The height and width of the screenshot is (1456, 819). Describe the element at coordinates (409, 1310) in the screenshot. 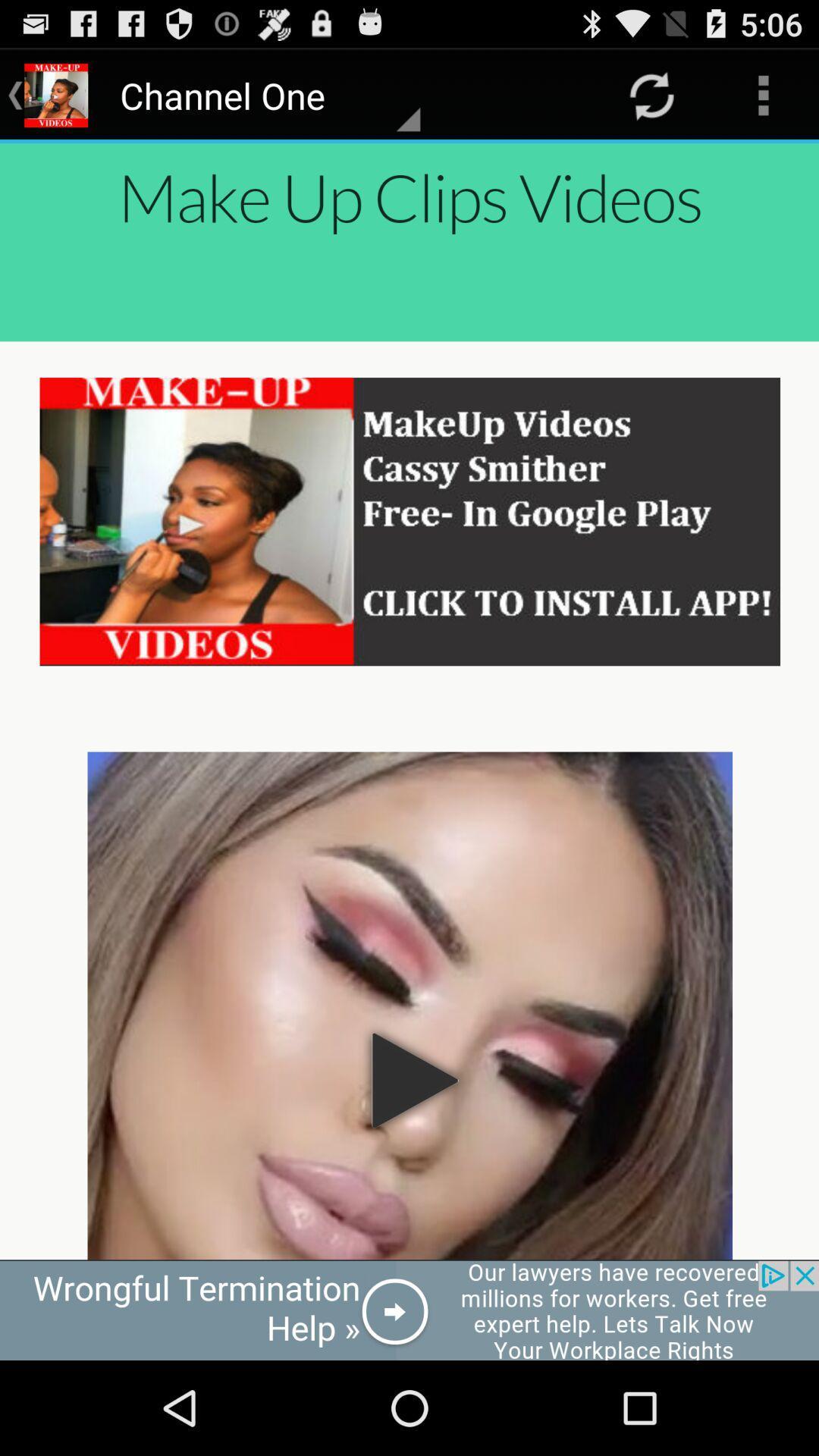

I see `wrongful termination advertisement` at that location.